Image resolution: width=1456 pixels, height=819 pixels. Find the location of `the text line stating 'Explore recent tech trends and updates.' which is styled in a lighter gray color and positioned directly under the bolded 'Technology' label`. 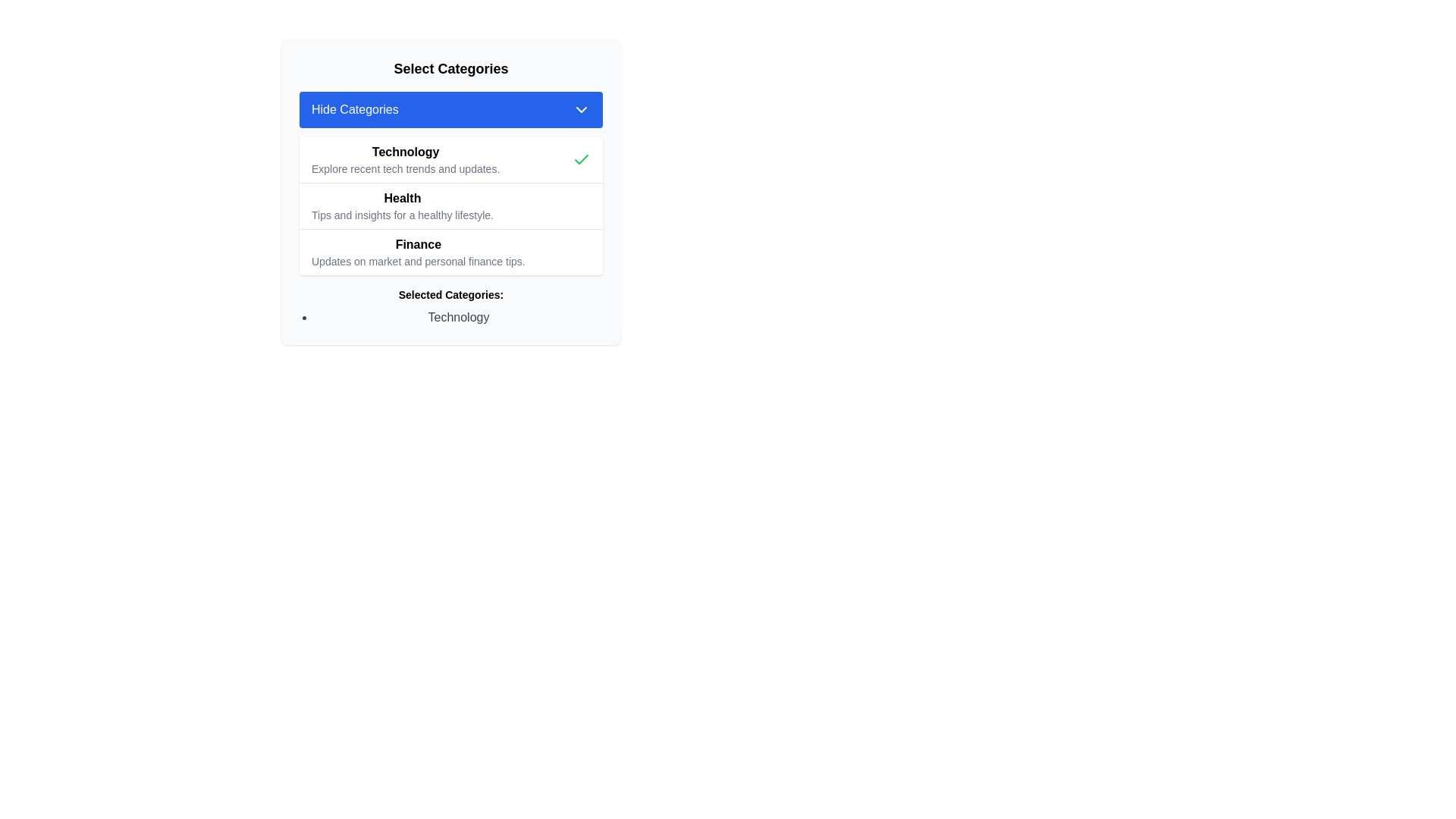

the text line stating 'Explore recent tech trends and updates.' which is styled in a lighter gray color and positioned directly under the bolded 'Technology' label is located at coordinates (406, 169).